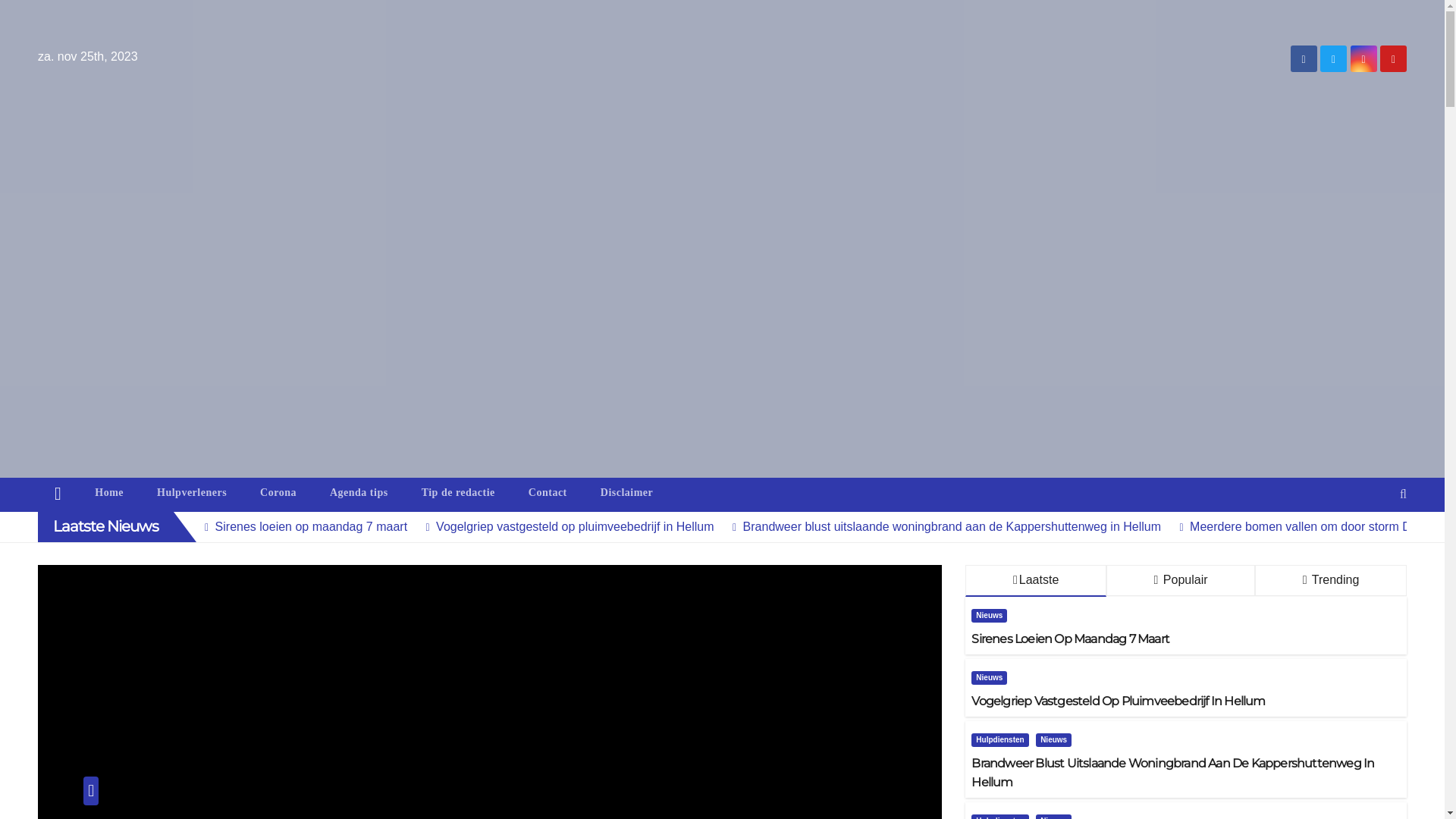 This screenshot has width=1456, height=819. Describe the element at coordinates (547, 493) in the screenshot. I see `'Contact'` at that location.